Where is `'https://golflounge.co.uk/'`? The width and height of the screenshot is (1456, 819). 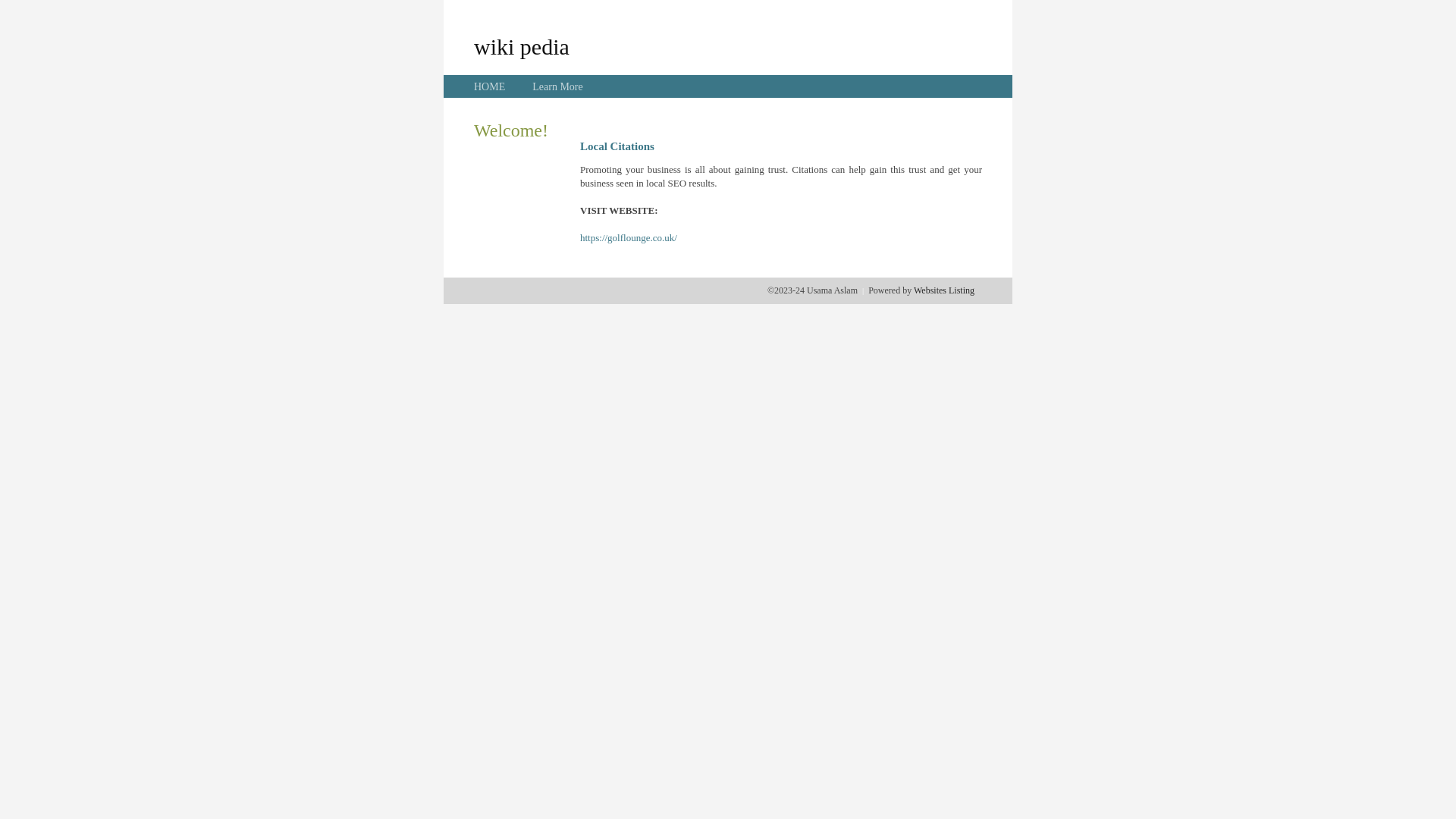
'https://golflounge.co.uk/' is located at coordinates (629, 237).